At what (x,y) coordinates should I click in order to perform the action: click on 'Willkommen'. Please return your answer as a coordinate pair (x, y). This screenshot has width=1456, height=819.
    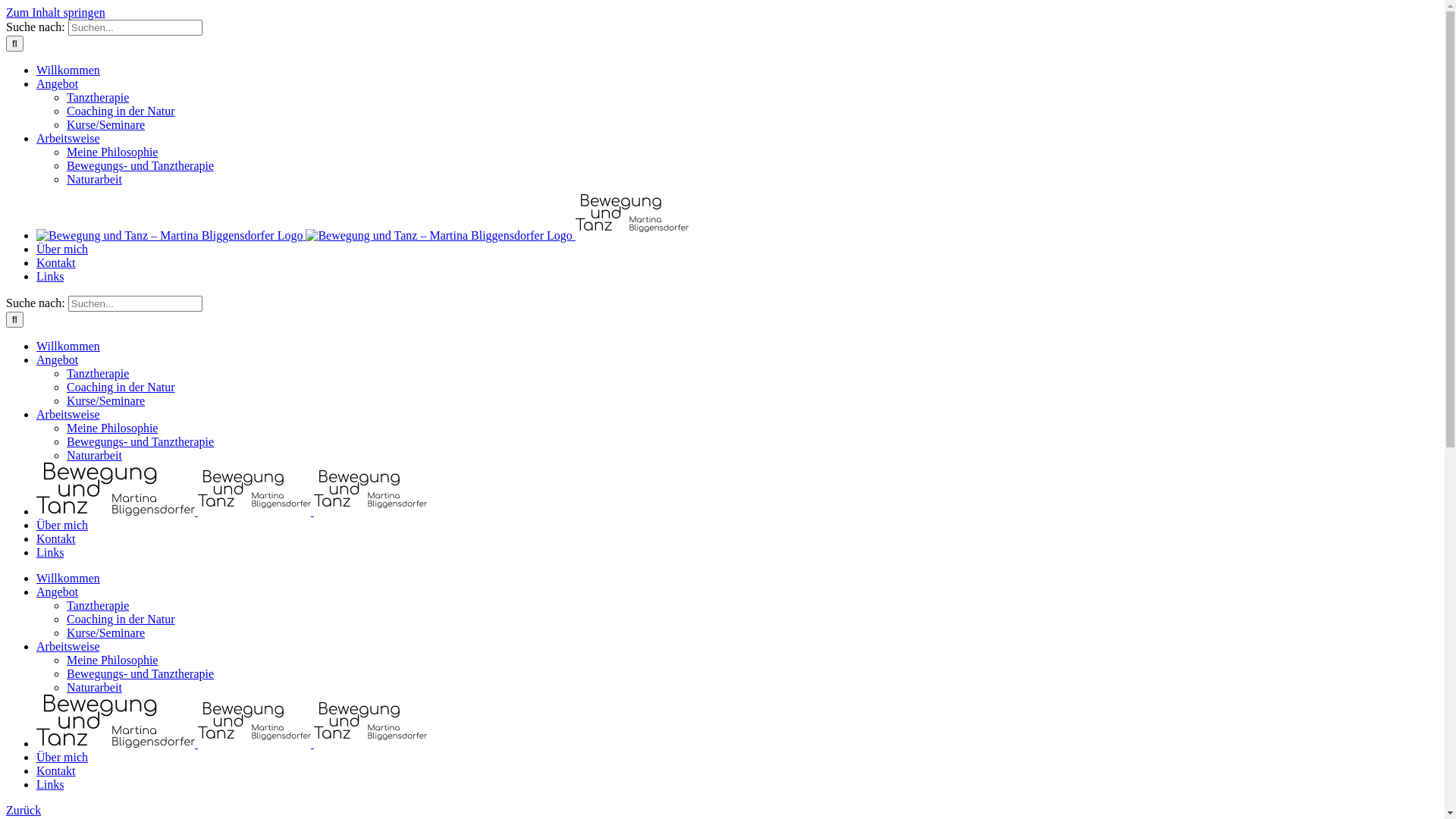
    Looking at the image, I should click on (67, 578).